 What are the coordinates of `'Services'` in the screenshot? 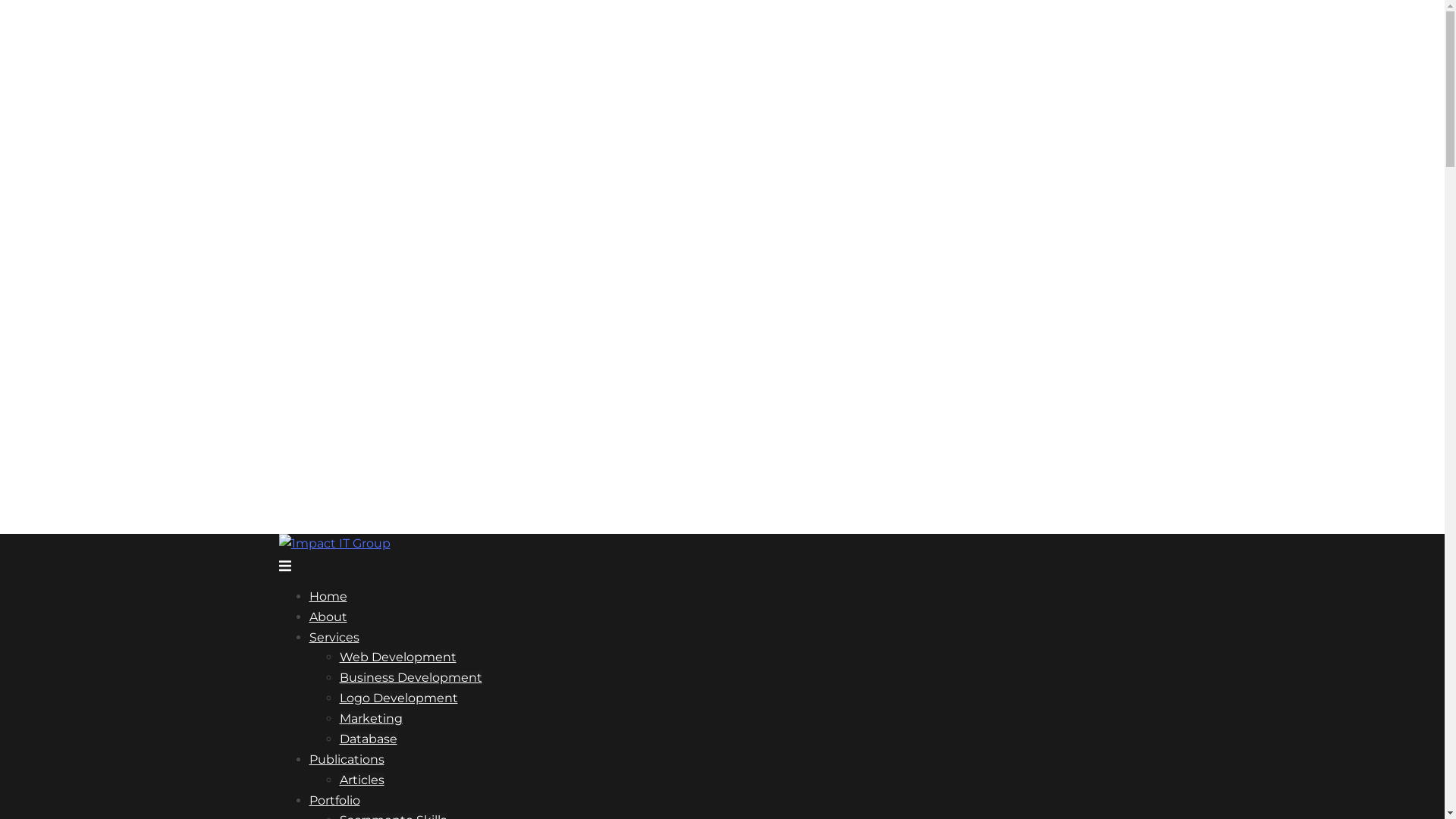 It's located at (309, 636).